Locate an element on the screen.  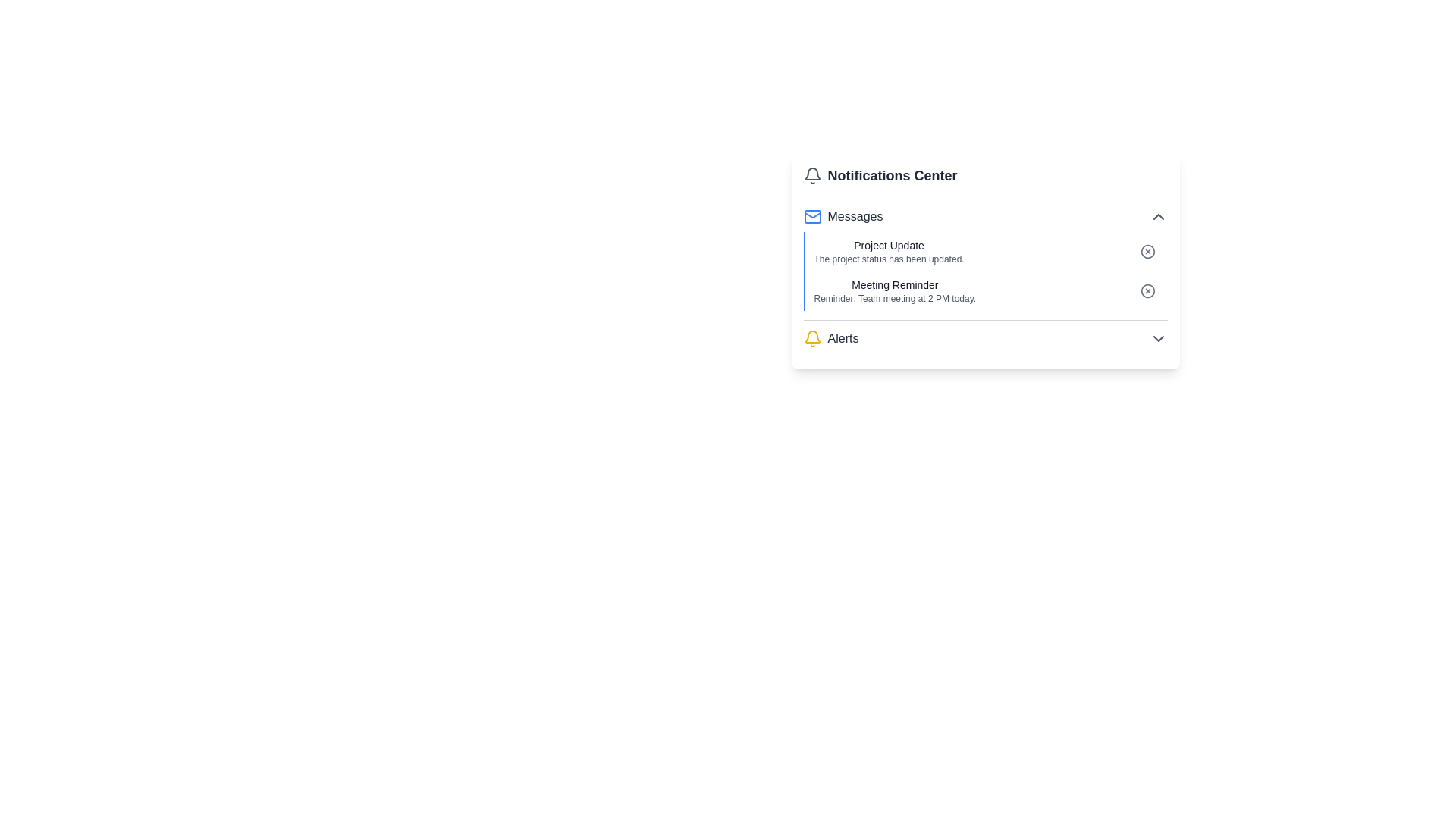
the Chevron icon next to the 'Messages' header is located at coordinates (1157, 216).